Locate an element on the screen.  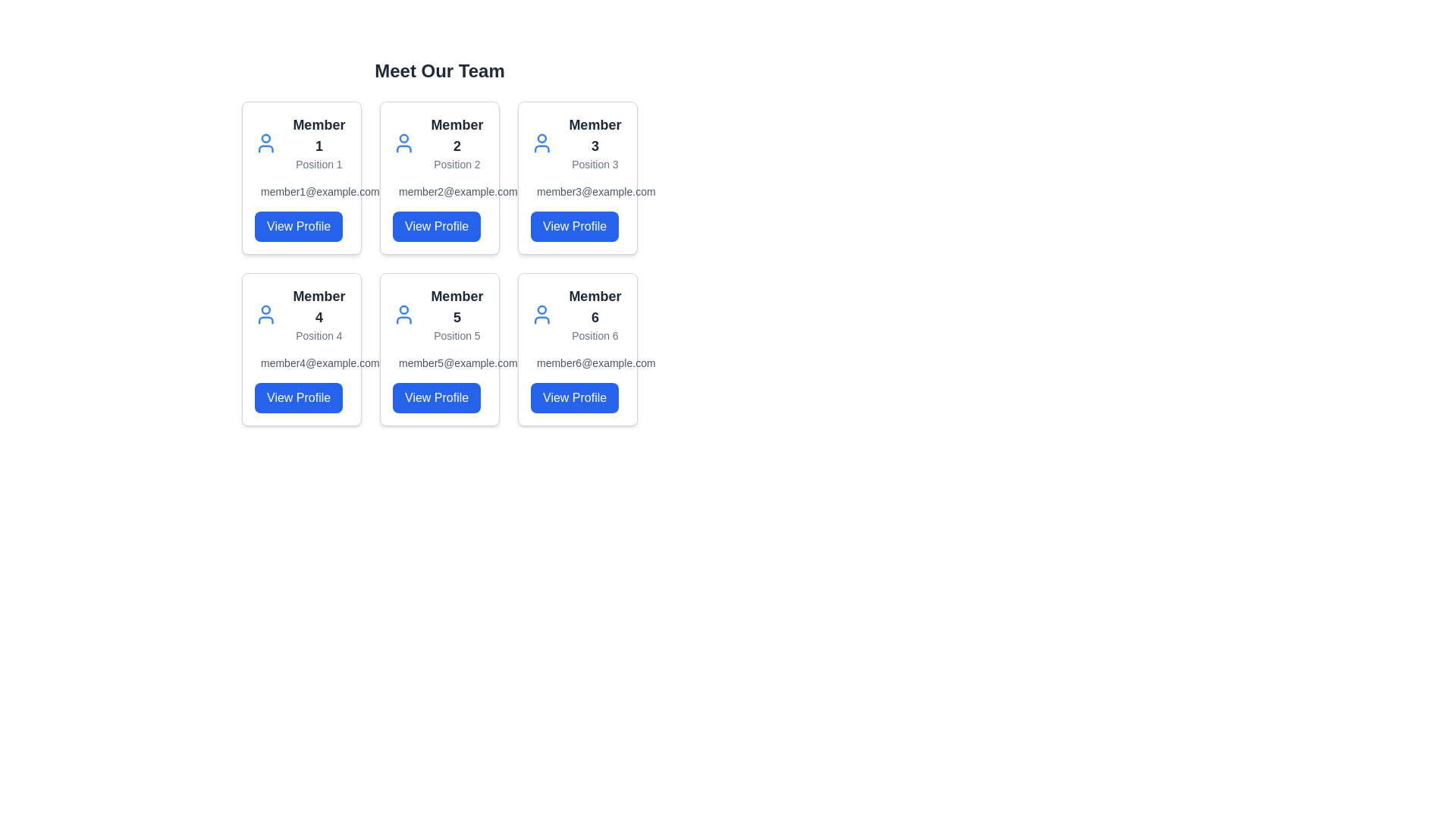
the 'View Profile' button with a blue background and white text located in the lower-right corner of the card for 'Member 4' is located at coordinates (299, 397).